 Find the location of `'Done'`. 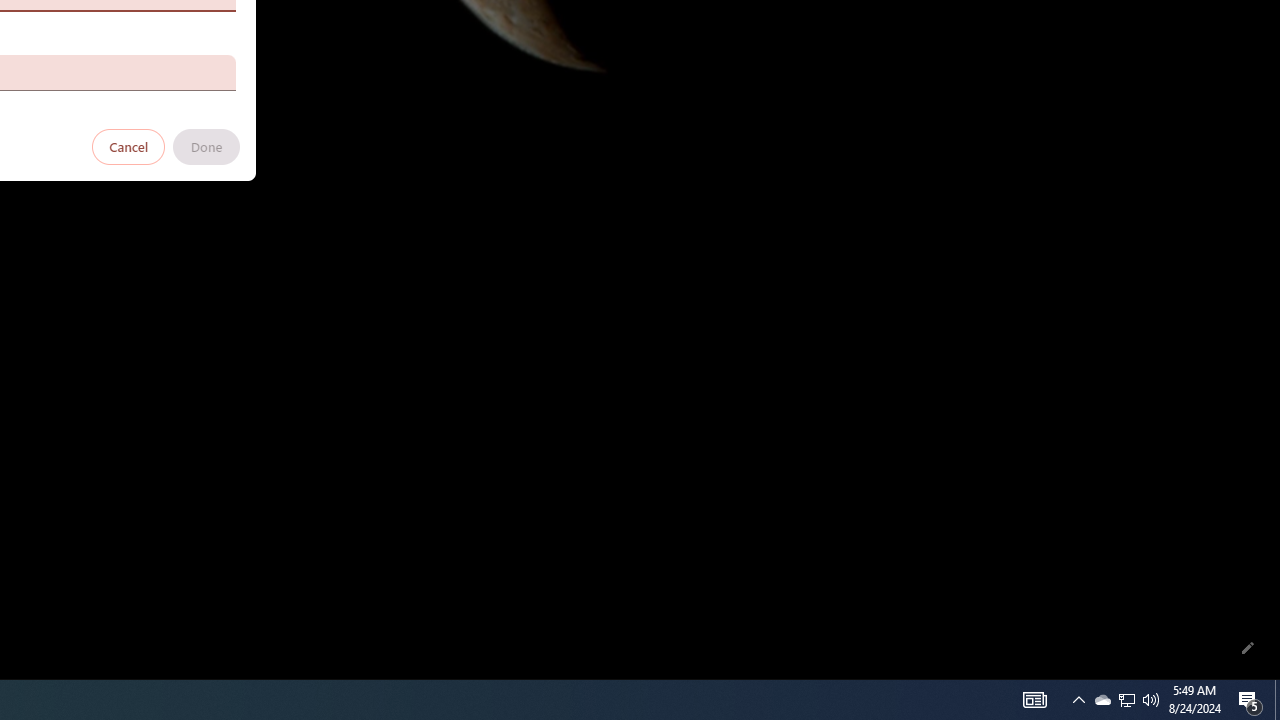

'Done' is located at coordinates (206, 145).